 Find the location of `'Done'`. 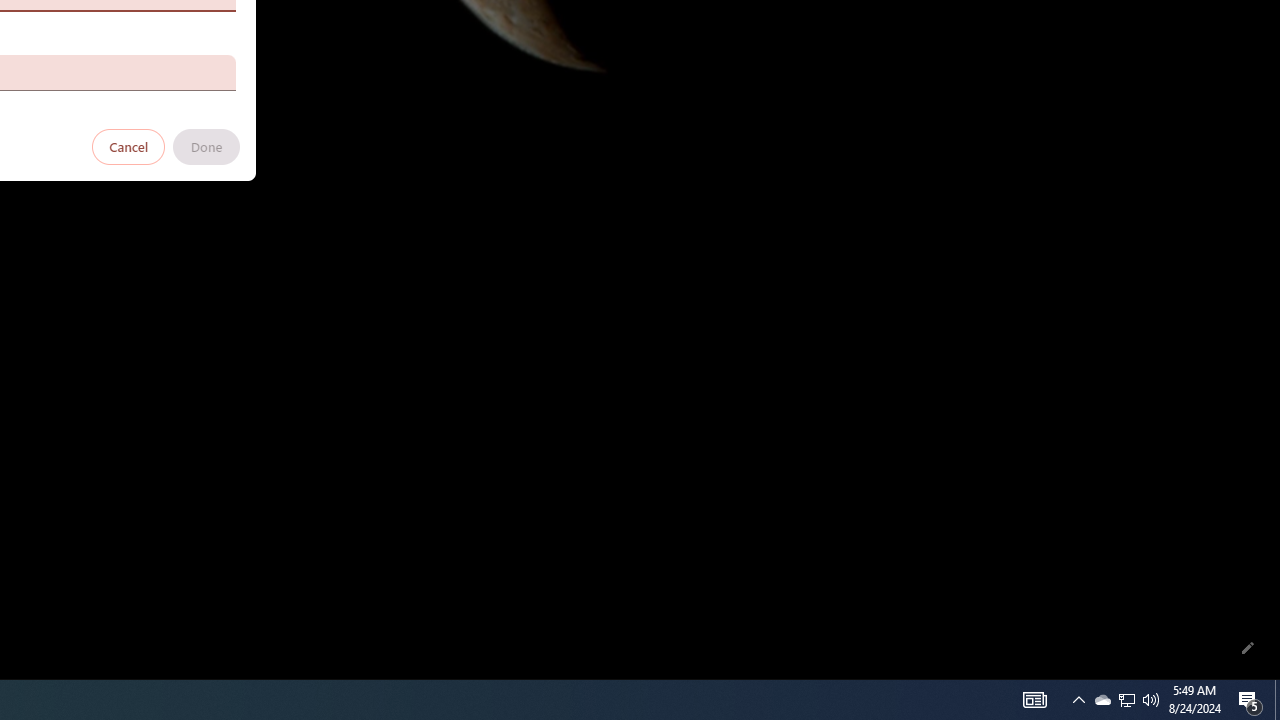

'Done' is located at coordinates (206, 145).